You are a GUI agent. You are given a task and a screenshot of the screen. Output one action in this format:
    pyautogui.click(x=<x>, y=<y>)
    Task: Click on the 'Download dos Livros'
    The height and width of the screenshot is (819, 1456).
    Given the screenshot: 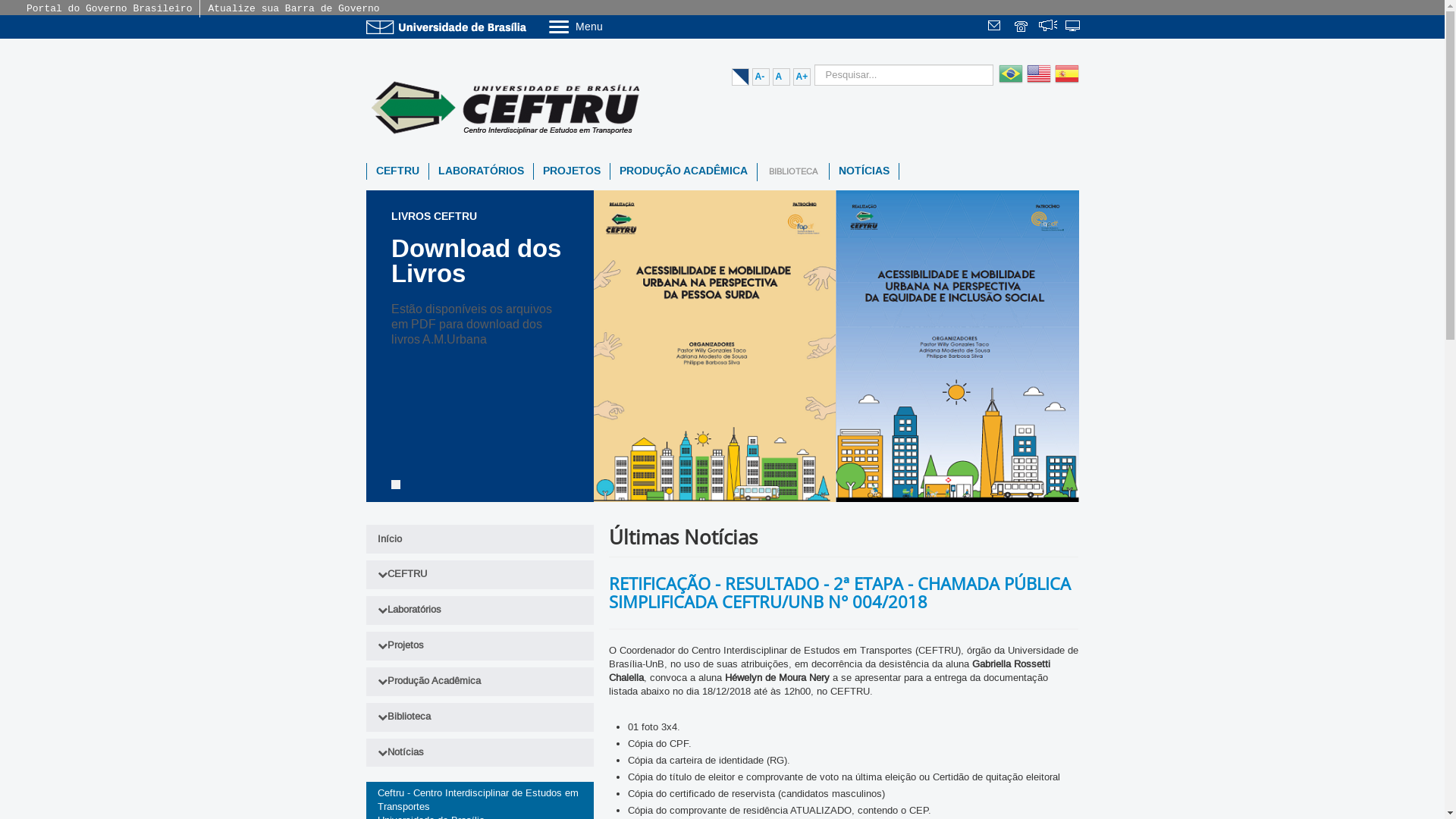 What is the action you would take?
    pyautogui.click(x=475, y=259)
    